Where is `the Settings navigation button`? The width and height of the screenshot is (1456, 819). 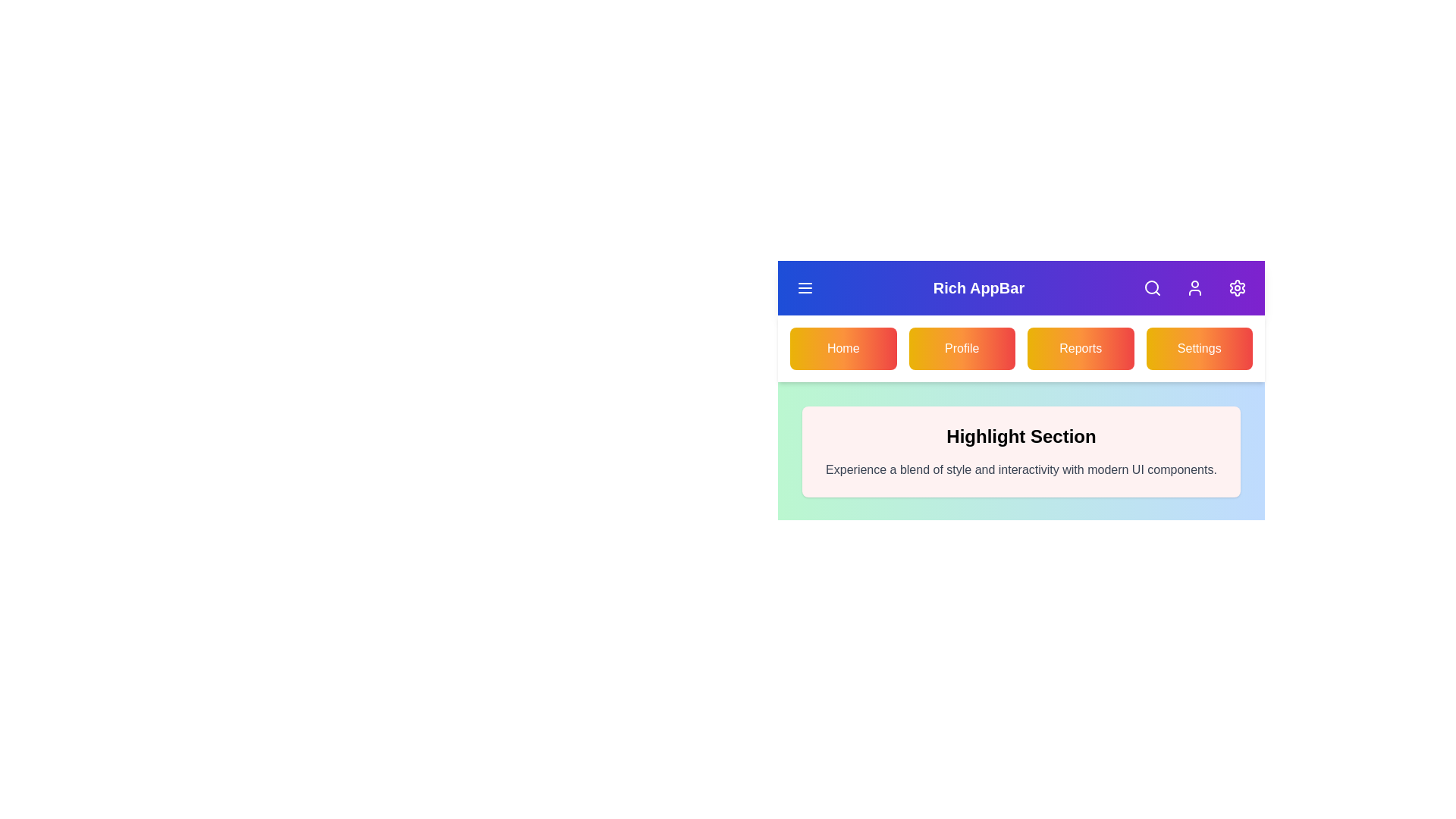
the Settings navigation button is located at coordinates (1197, 348).